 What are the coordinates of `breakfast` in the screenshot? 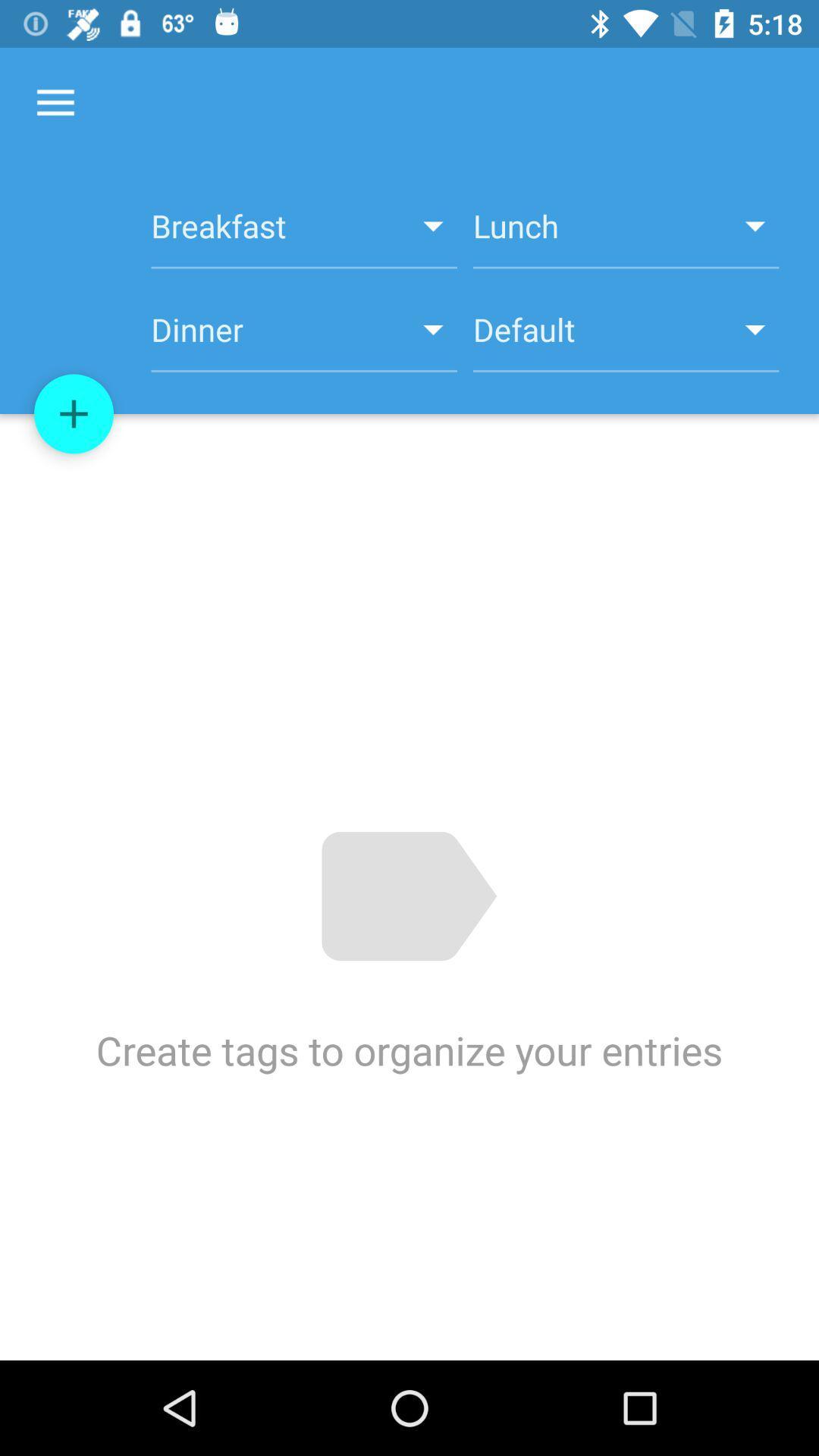 It's located at (304, 234).